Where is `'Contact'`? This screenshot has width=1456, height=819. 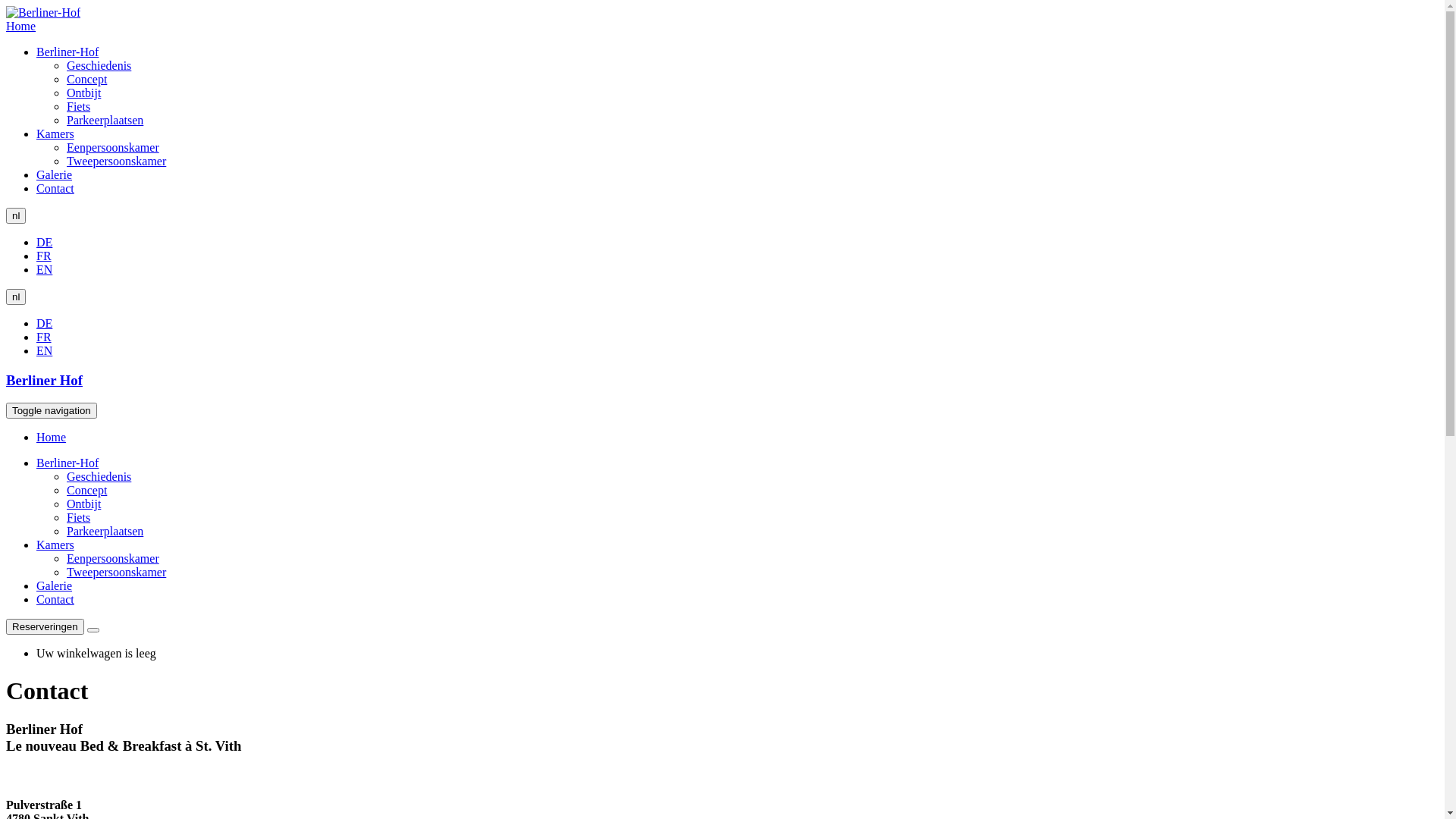 'Contact' is located at coordinates (55, 187).